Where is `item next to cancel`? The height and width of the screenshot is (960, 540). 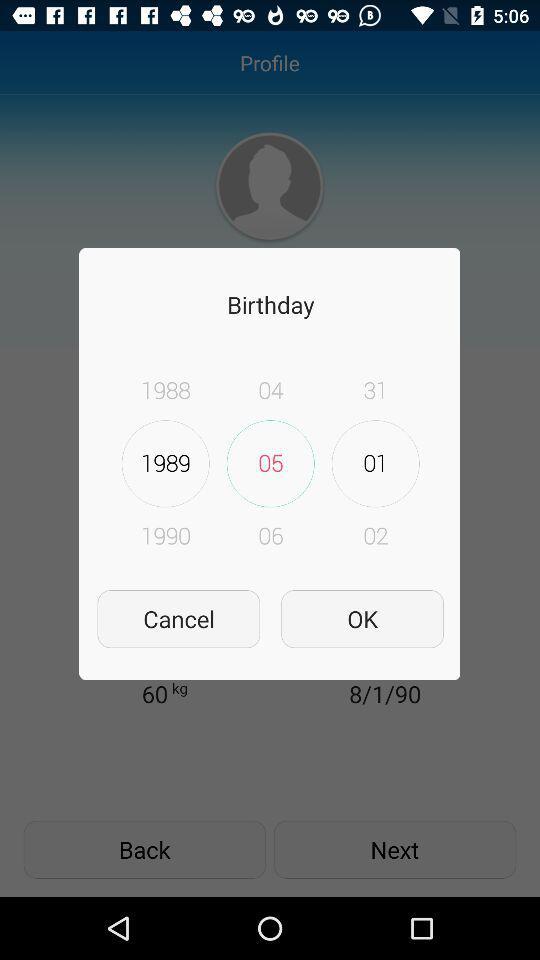 item next to cancel is located at coordinates (361, 618).